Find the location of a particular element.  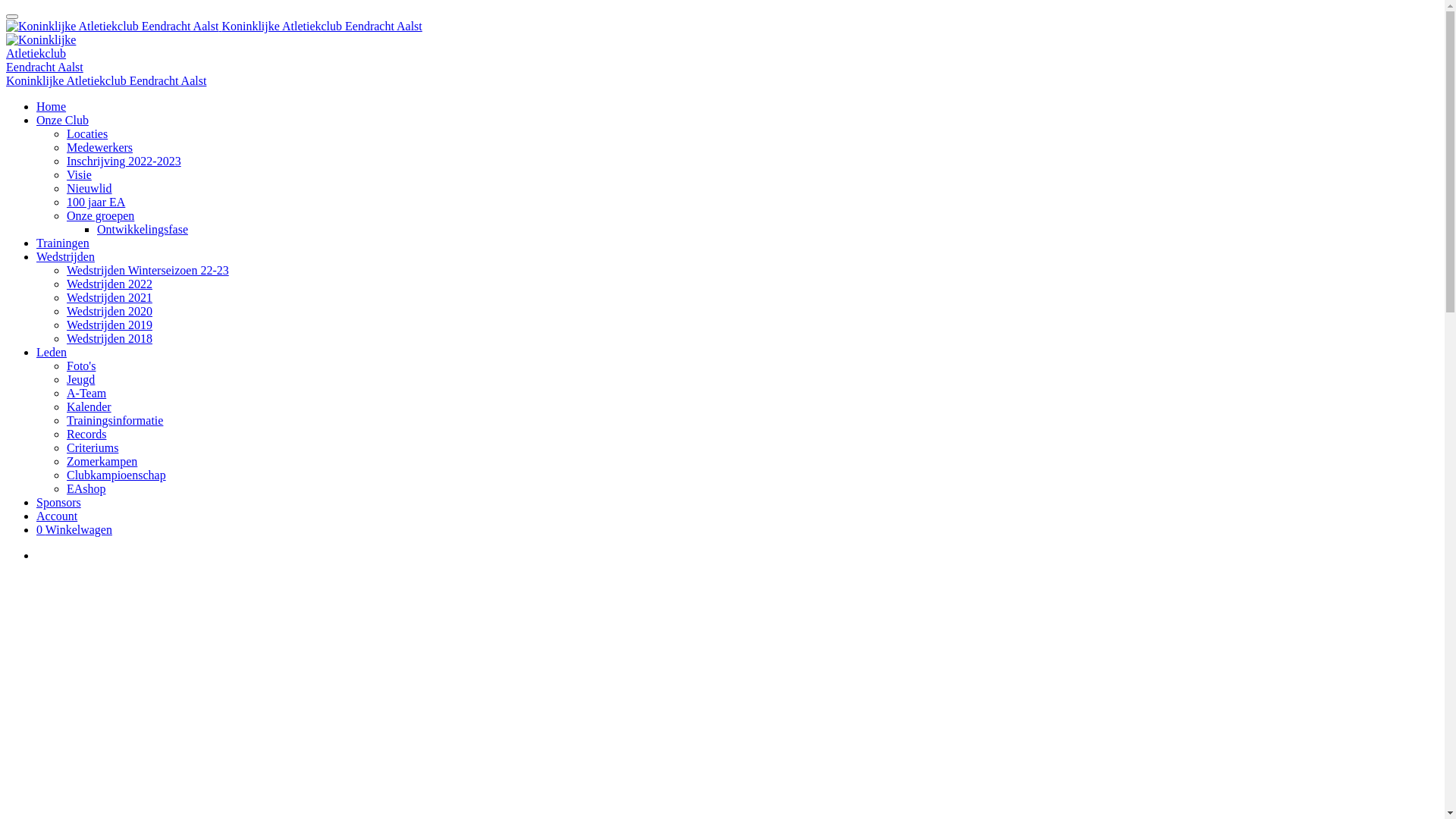

'Criteriums' is located at coordinates (91, 447).